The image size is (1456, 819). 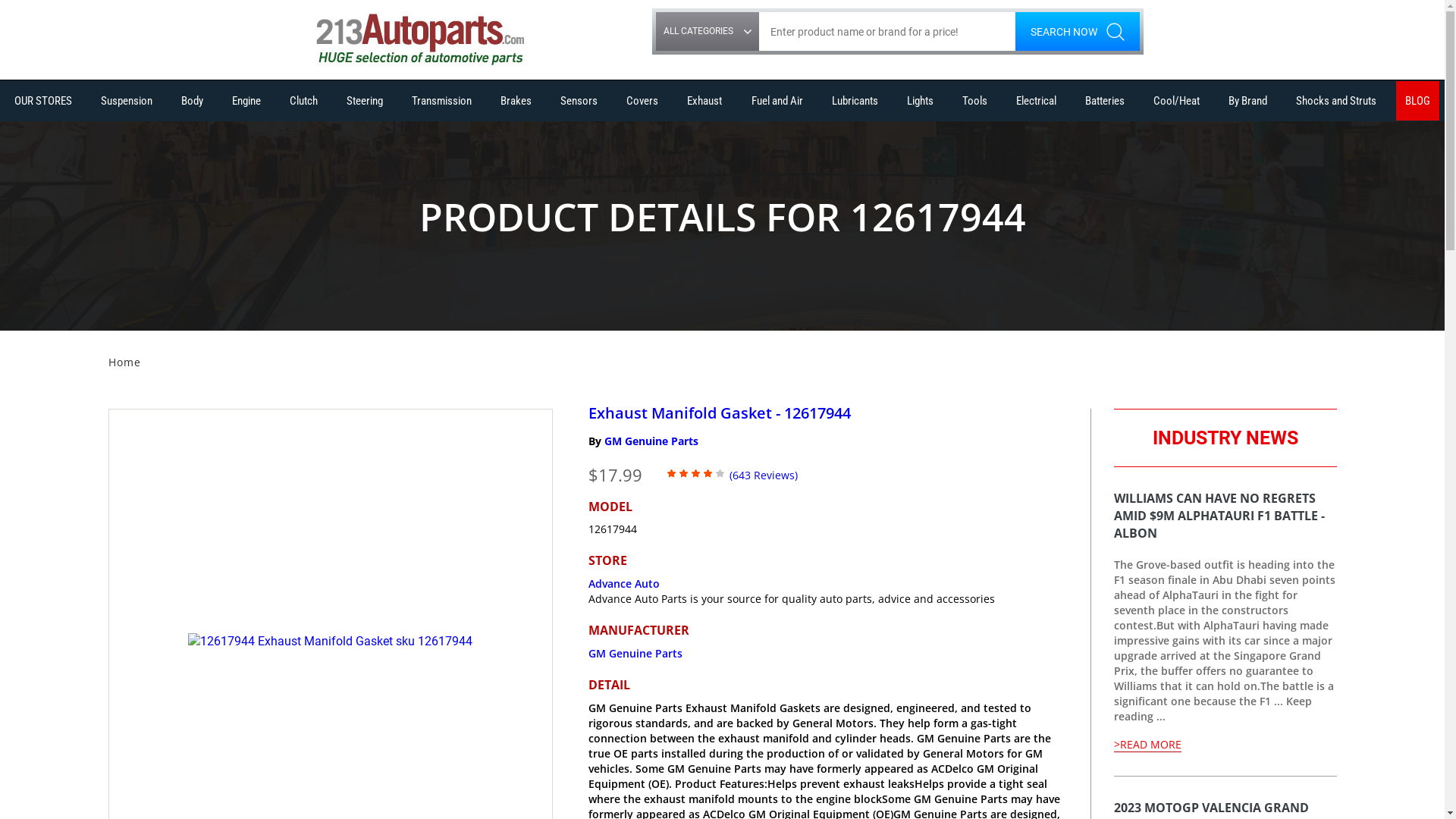 What do you see at coordinates (1105, 100) in the screenshot?
I see `'Batteries'` at bounding box center [1105, 100].